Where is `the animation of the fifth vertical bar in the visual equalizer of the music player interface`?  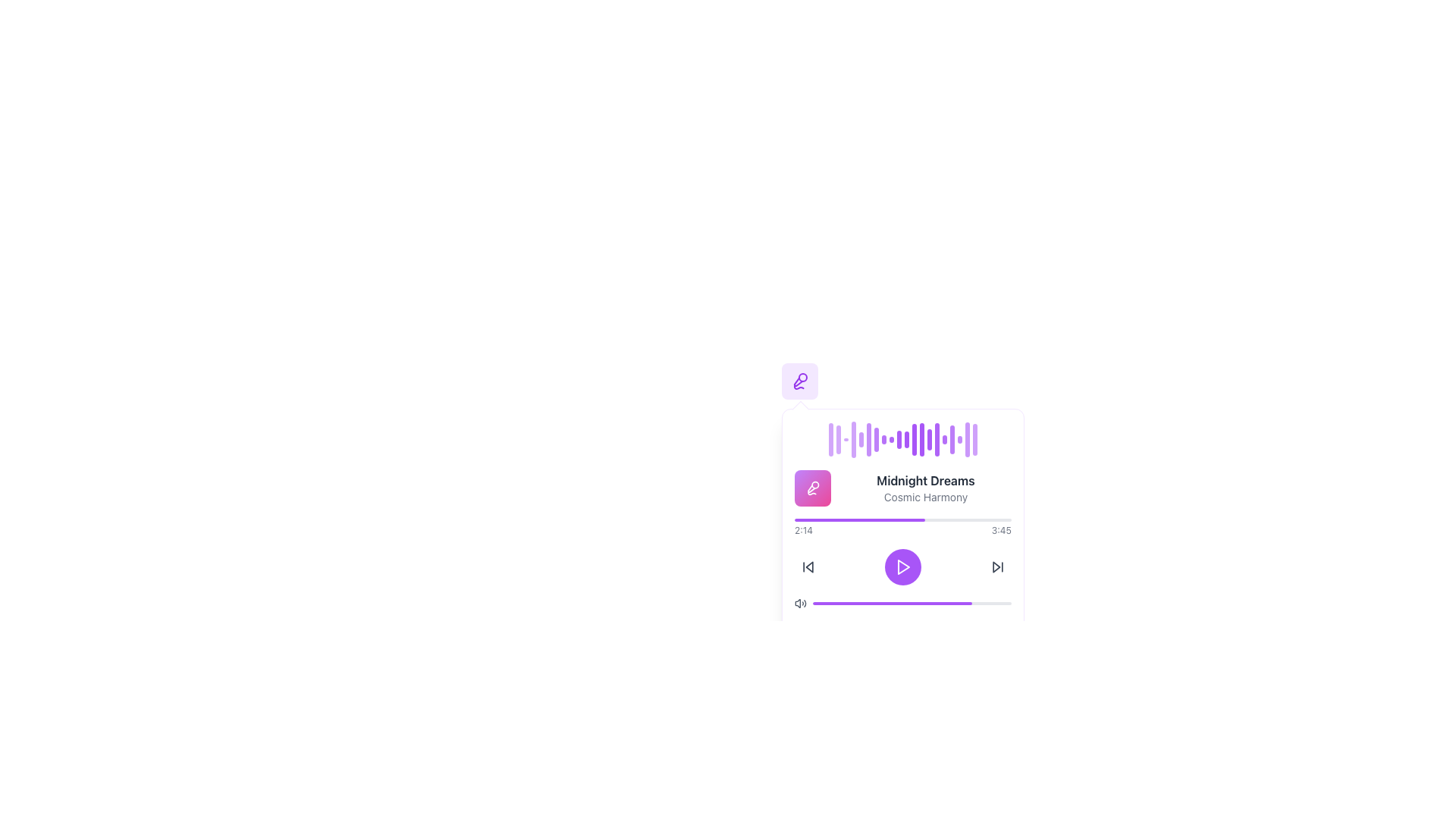
the animation of the fifth vertical bar in the visual equalizer of the music player interface is located at coordinates (861, 439).